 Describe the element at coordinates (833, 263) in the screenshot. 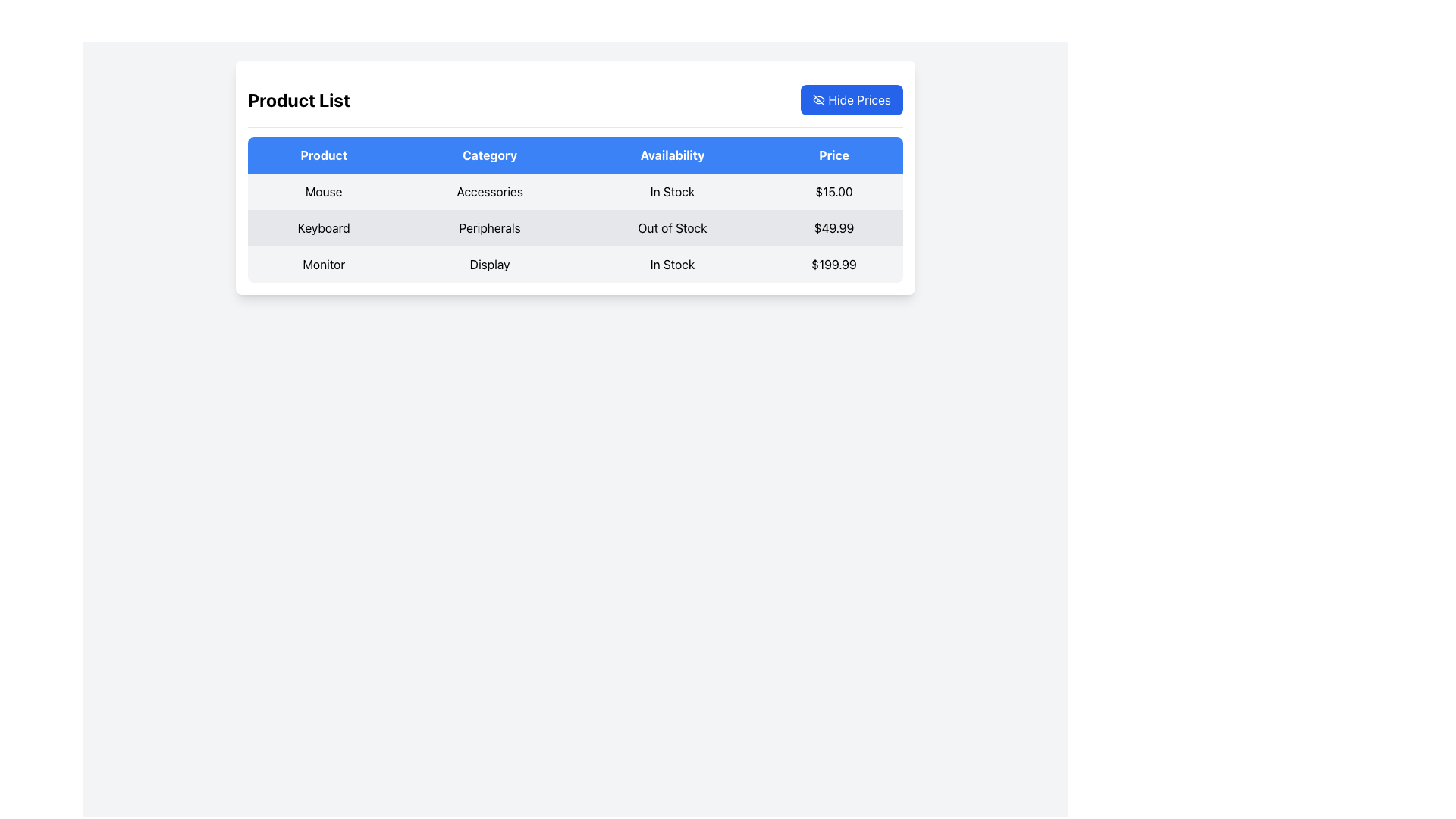

I see `static text element representing the price of the item 'Monitor' located in the last column of the third row under the 'Price' header, which displays '$15.00'` at that location.